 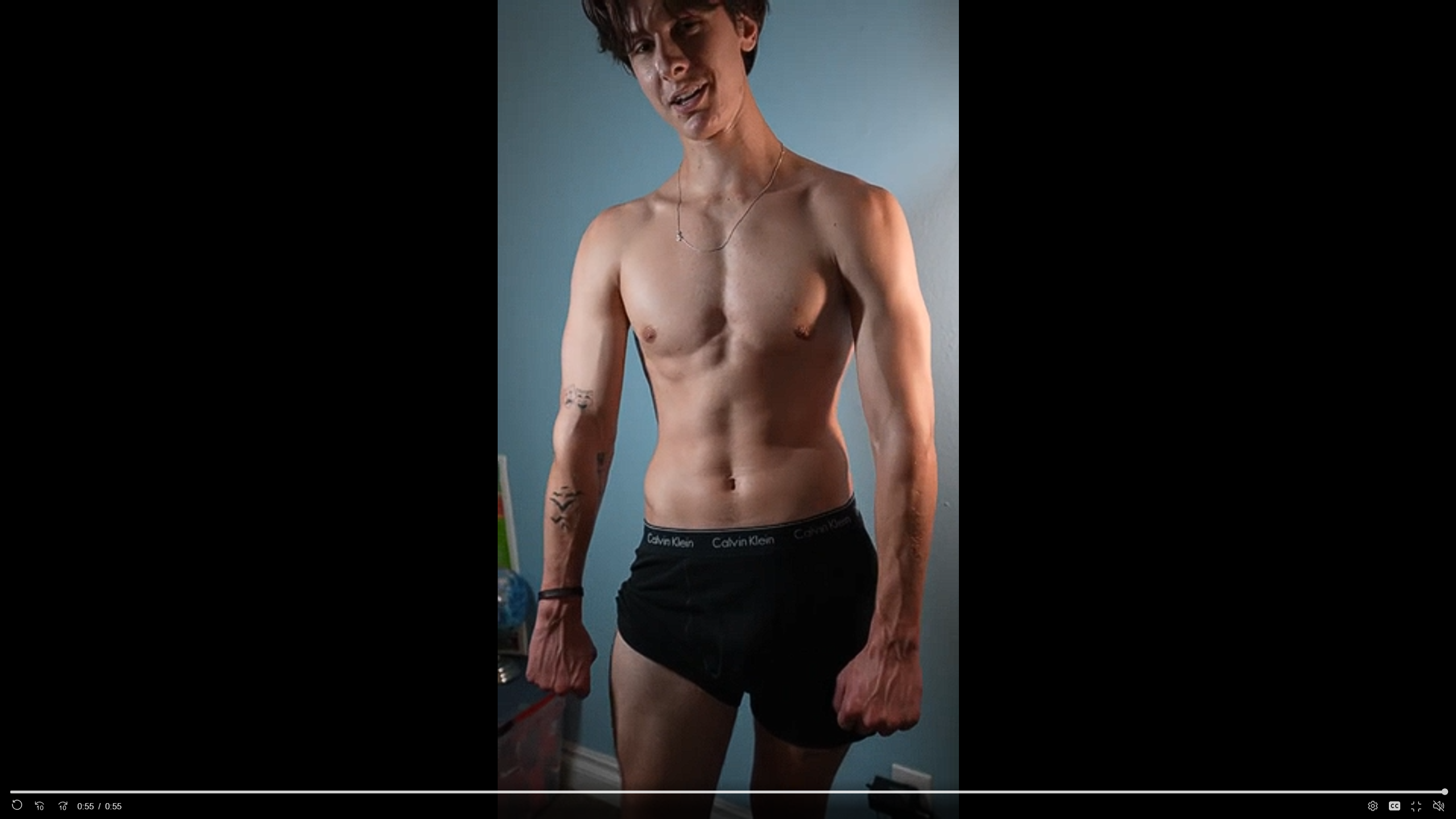 What do you see at coordinates (1417, 806) in the screenshot?
I see `'Non-Fullscreen'` at bounding box center [1417, 806].